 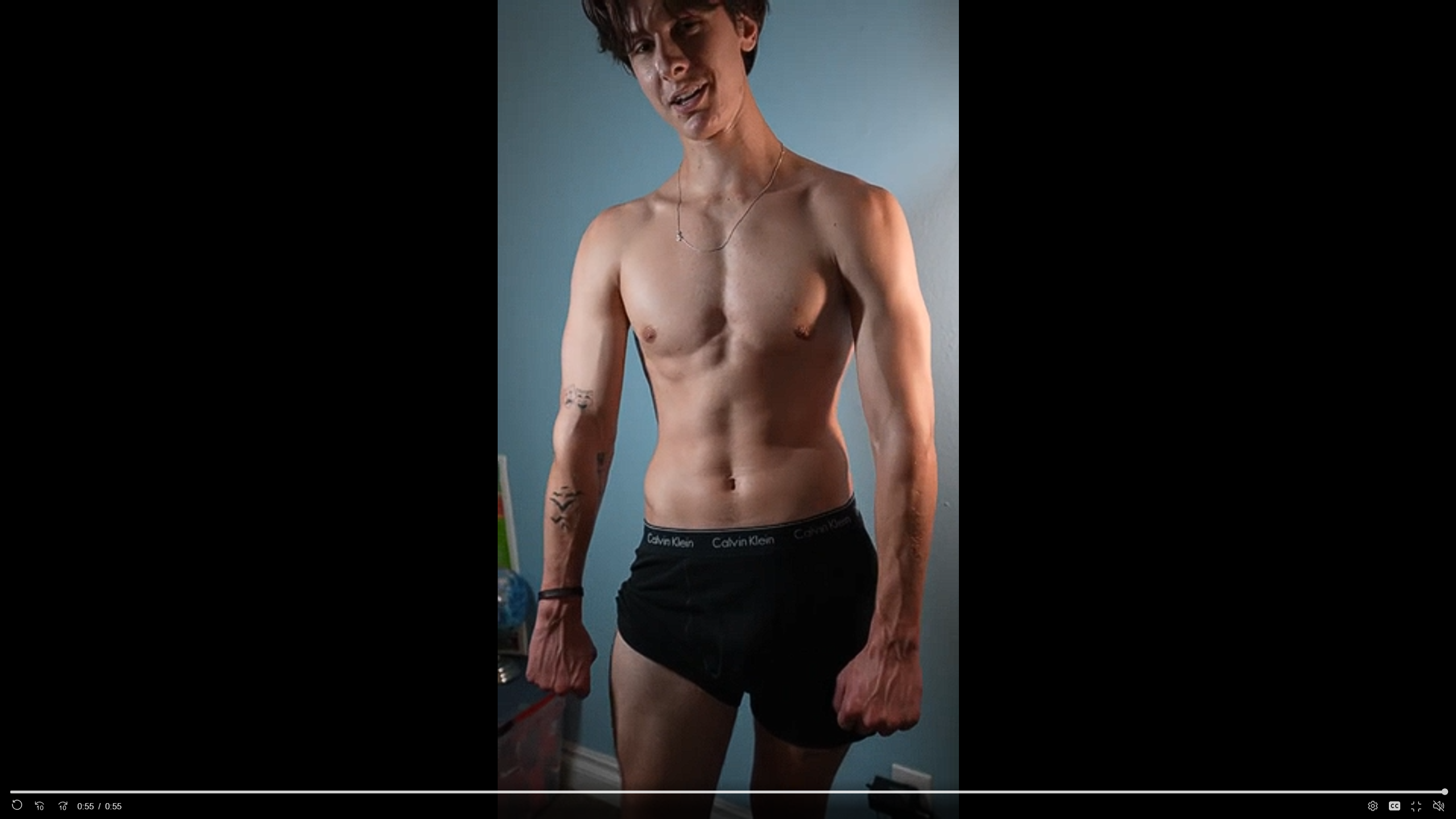 What do you see at coordinates (1417, 806) in the screenshot?
I see `'Non-Fullscreen'` at bounding box center [1417, 806].